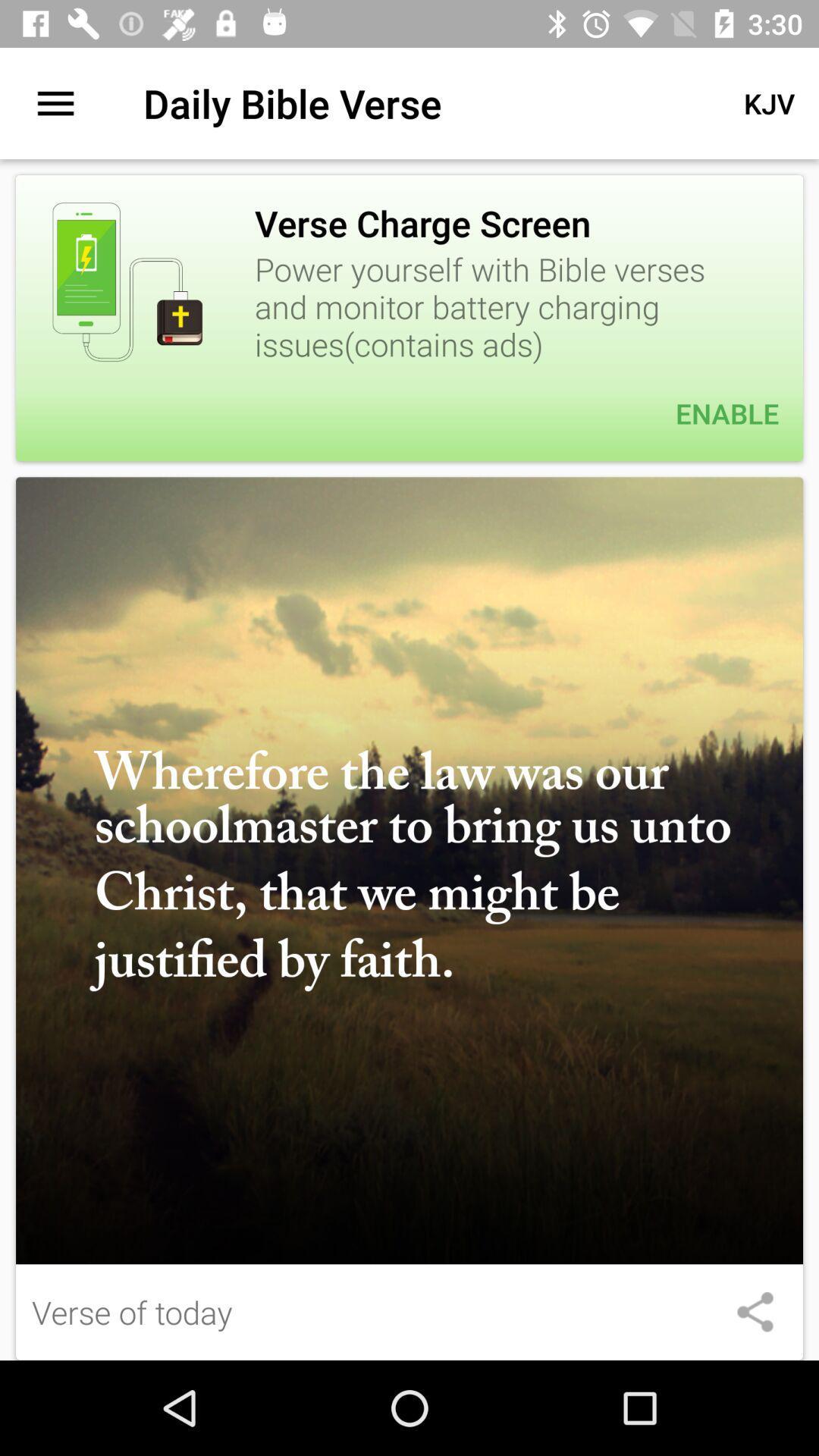 This screenshot has height=1456, width=819. I want to click on the item next to daily bible verse app, so click(769, 102).